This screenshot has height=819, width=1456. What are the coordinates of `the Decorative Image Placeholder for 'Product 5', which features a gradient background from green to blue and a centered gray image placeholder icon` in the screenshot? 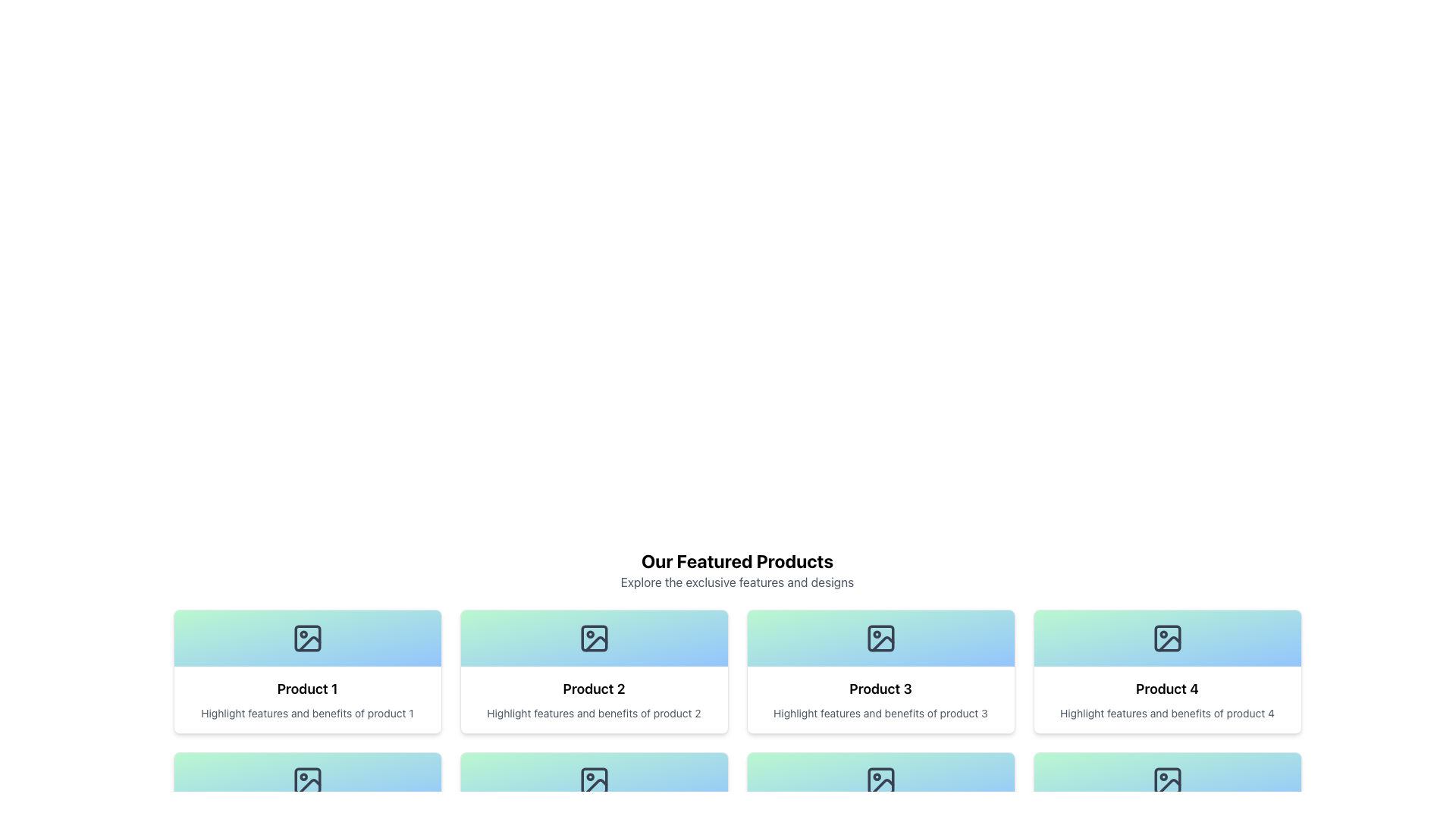 It's located at (306, 780).